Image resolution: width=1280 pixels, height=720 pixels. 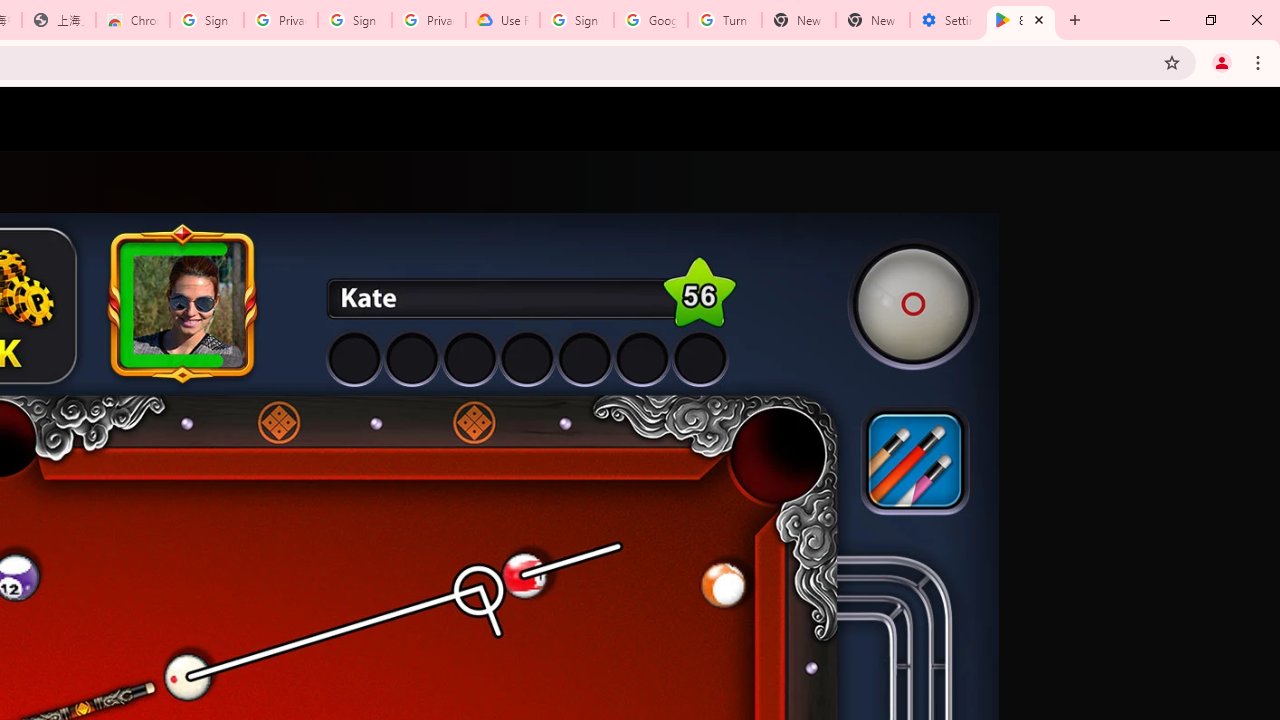 What do you see at coordinates (651, 20) in the screenshot?
I see `'Google Account Help'` at bounding box center [651, 20].